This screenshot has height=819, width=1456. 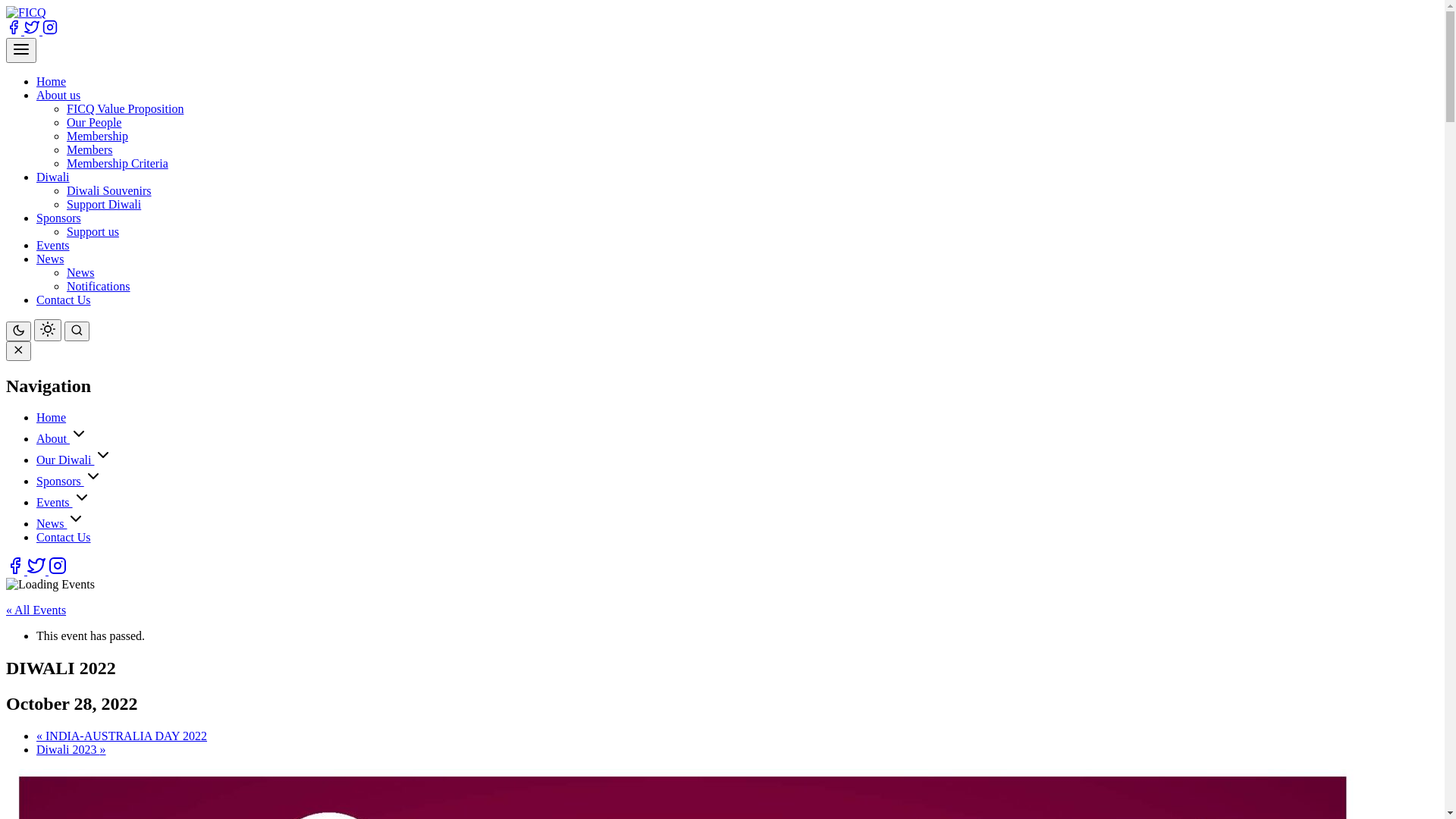 I want to click on 'News', so click(x=51, y=522).